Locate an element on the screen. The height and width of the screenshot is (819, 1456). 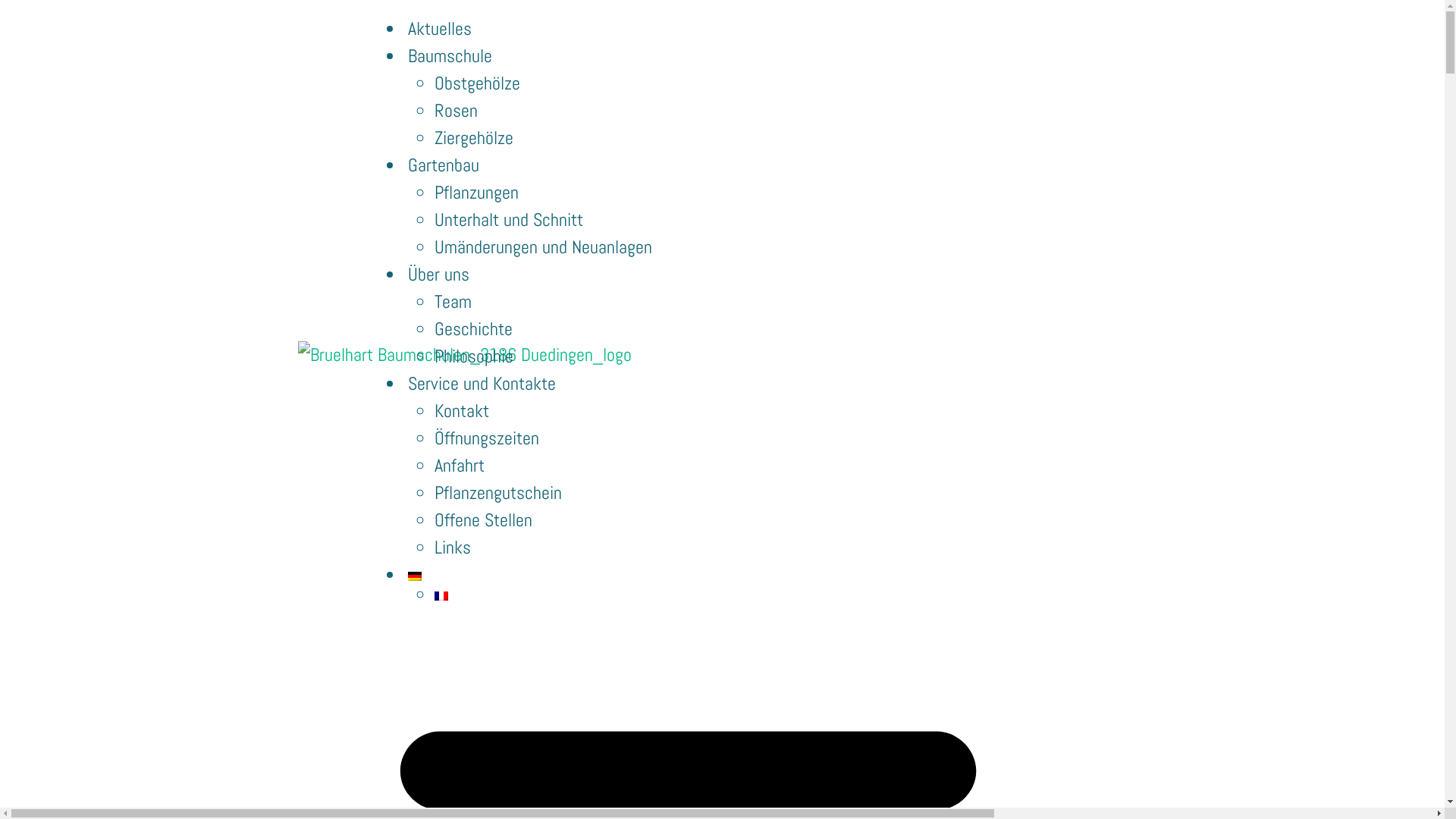
'Pflanzengutschein' is located at coordinates (498, 492).